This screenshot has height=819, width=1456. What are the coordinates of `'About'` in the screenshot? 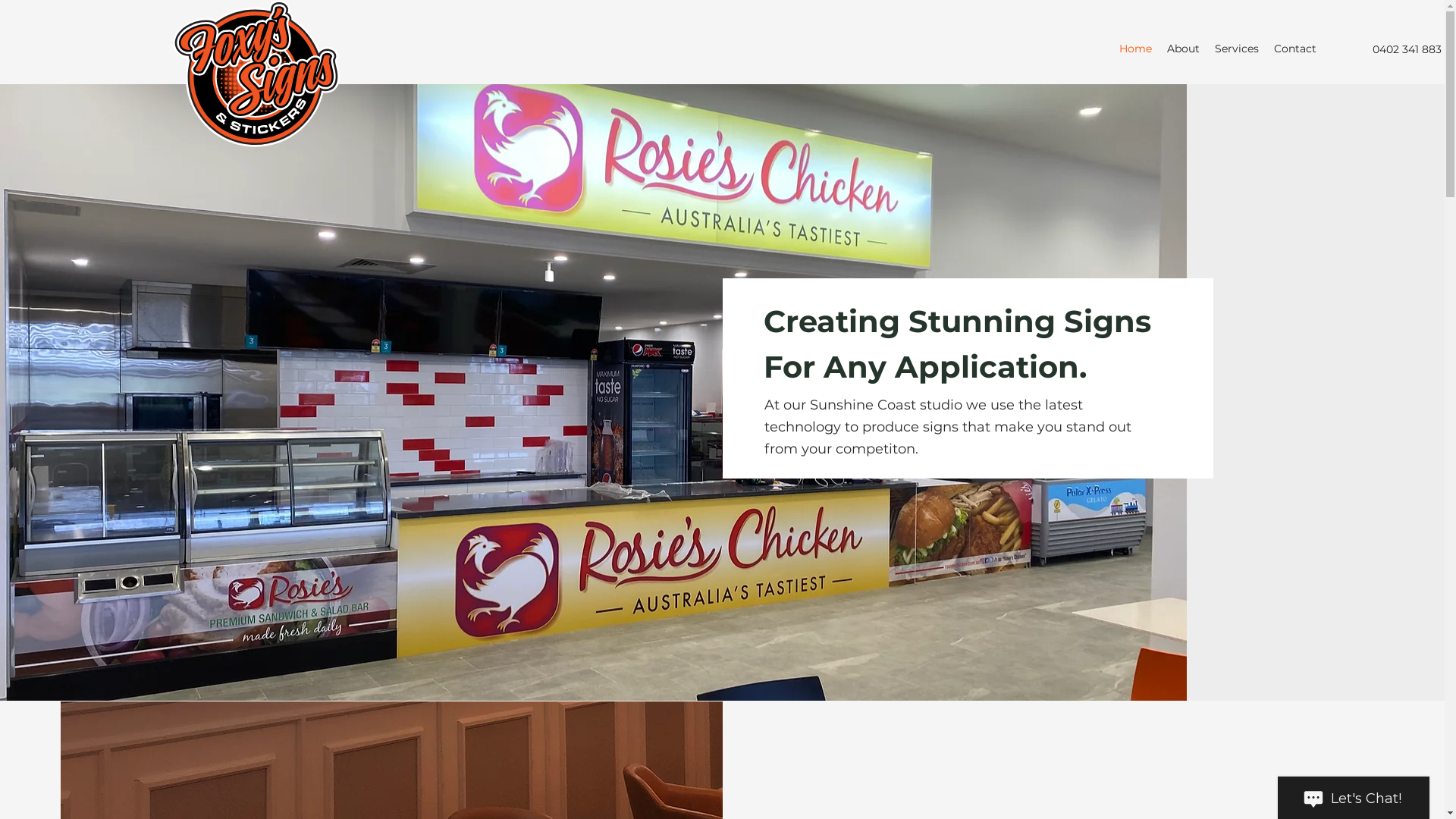 It's located at (1182, 48).